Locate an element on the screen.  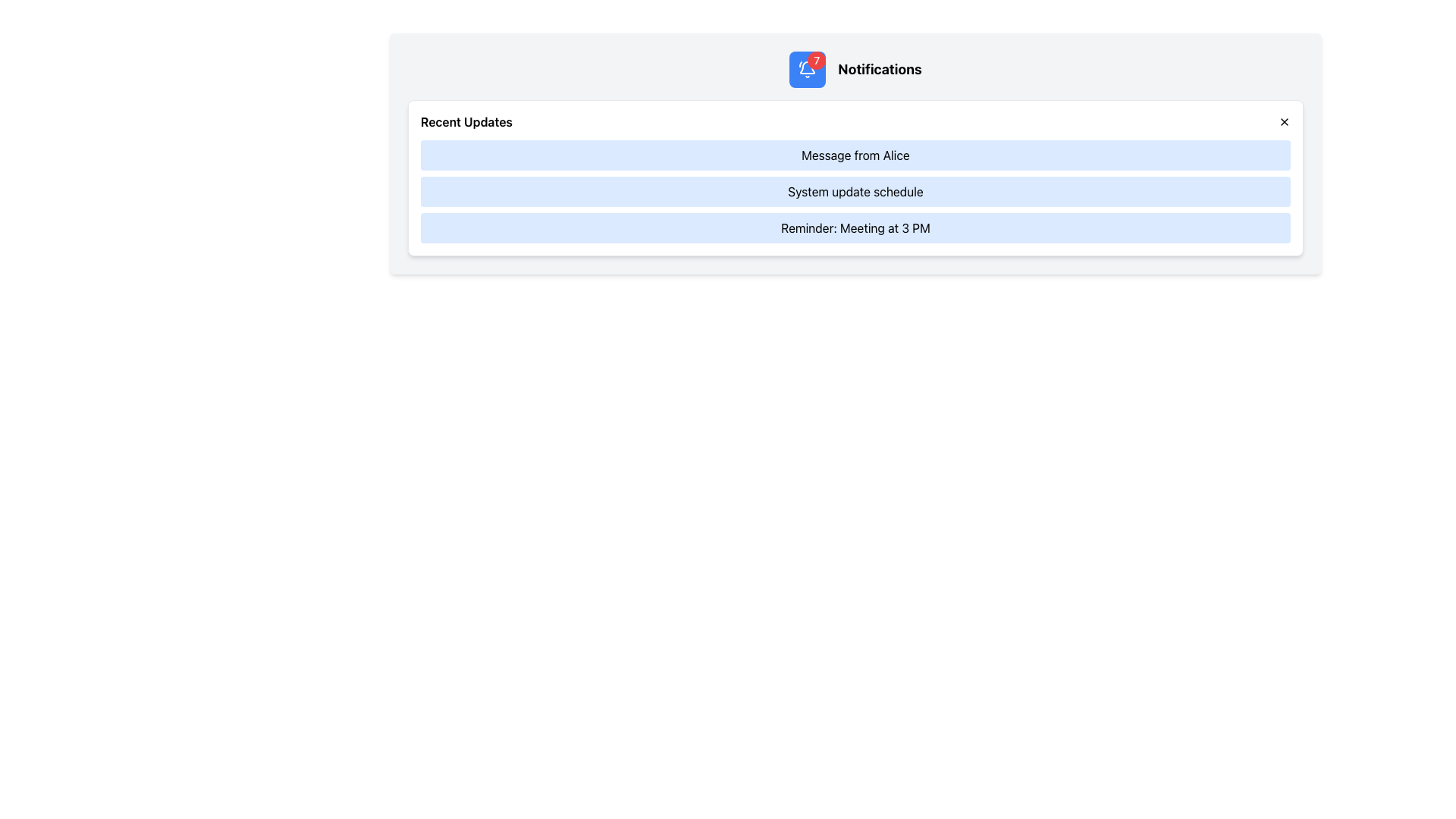
the red notification badge located at the top-right corner of the blue circular button with a bell symbol is located at coordinates (816, 60).